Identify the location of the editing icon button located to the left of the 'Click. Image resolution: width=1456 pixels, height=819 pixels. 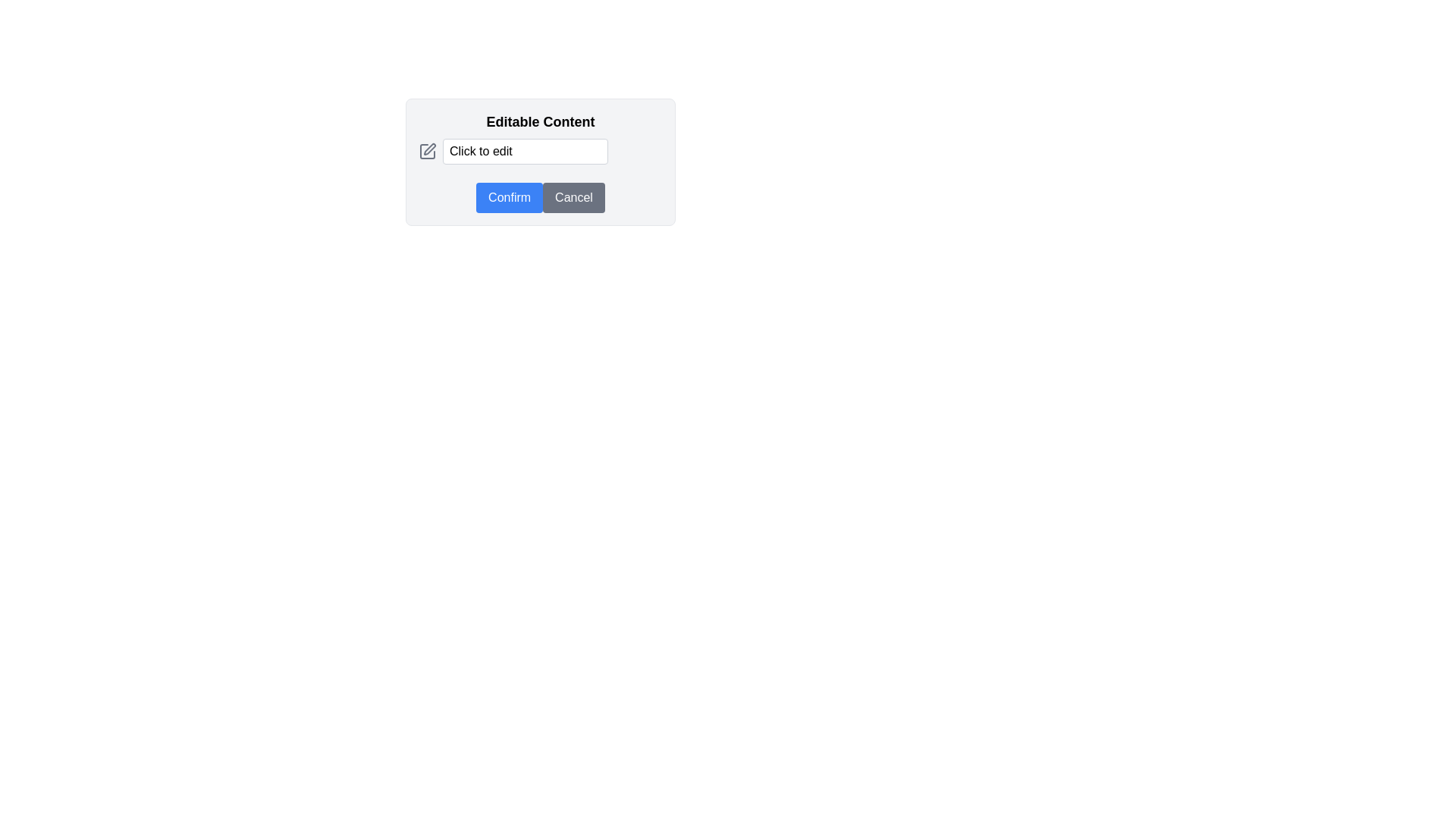
(427, 152).